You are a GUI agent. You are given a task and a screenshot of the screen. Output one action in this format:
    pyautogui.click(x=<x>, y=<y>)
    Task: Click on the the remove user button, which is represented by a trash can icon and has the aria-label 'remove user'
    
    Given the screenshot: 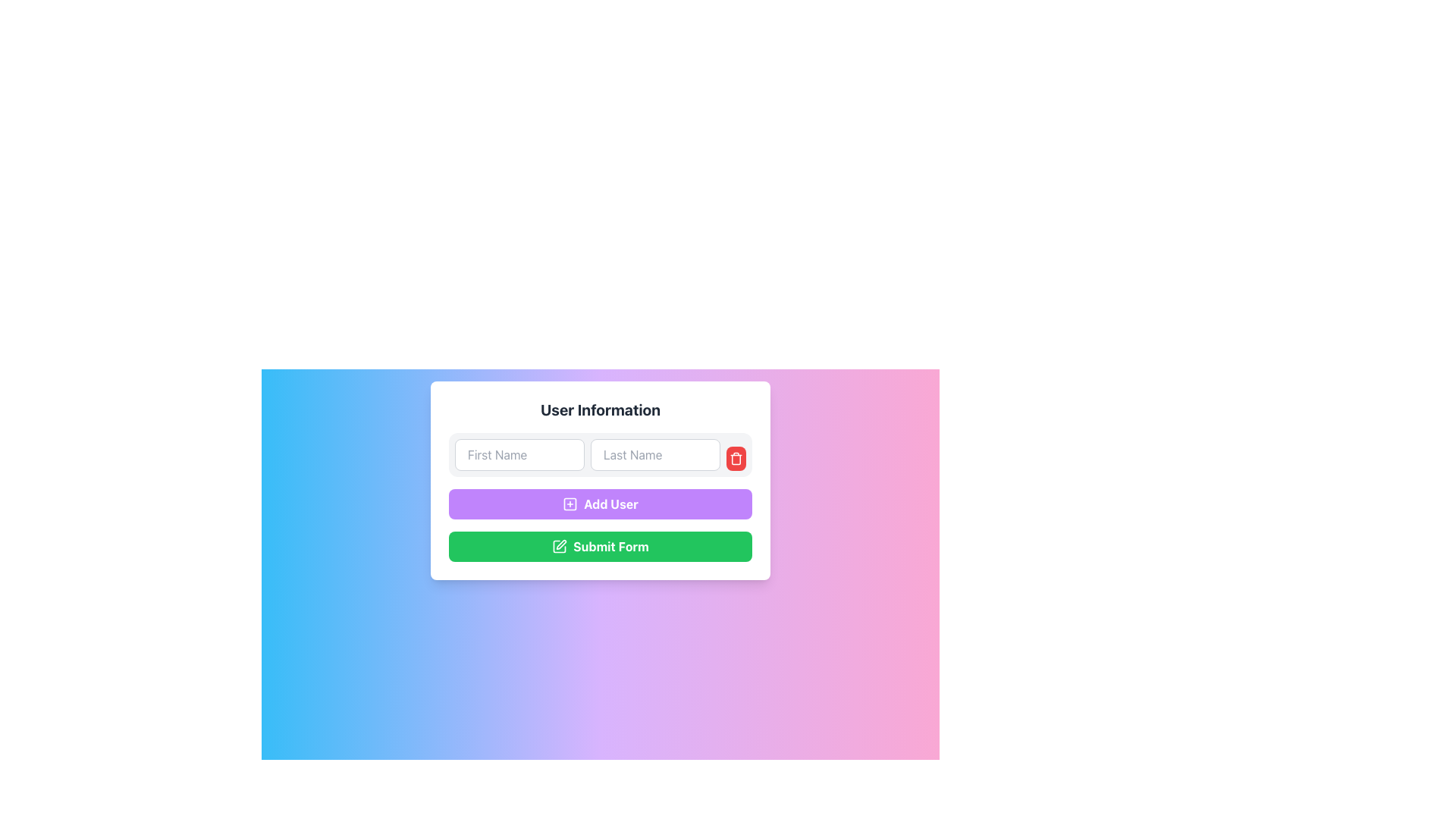 What is the action you would take?
    pyautogui.click(x=736, y=458)
    